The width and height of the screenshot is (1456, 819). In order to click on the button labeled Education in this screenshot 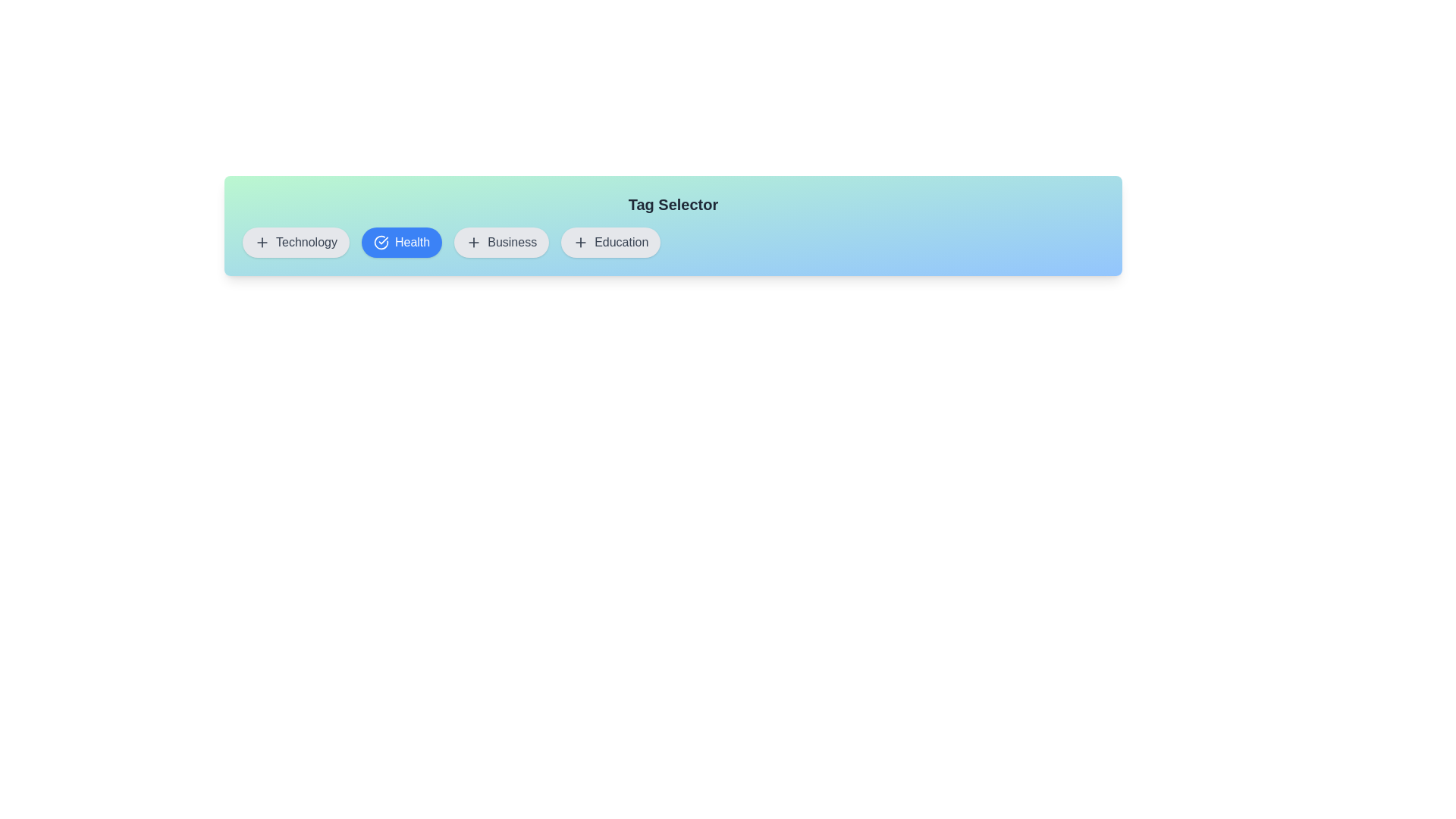, I will do `click(610, 242)`.